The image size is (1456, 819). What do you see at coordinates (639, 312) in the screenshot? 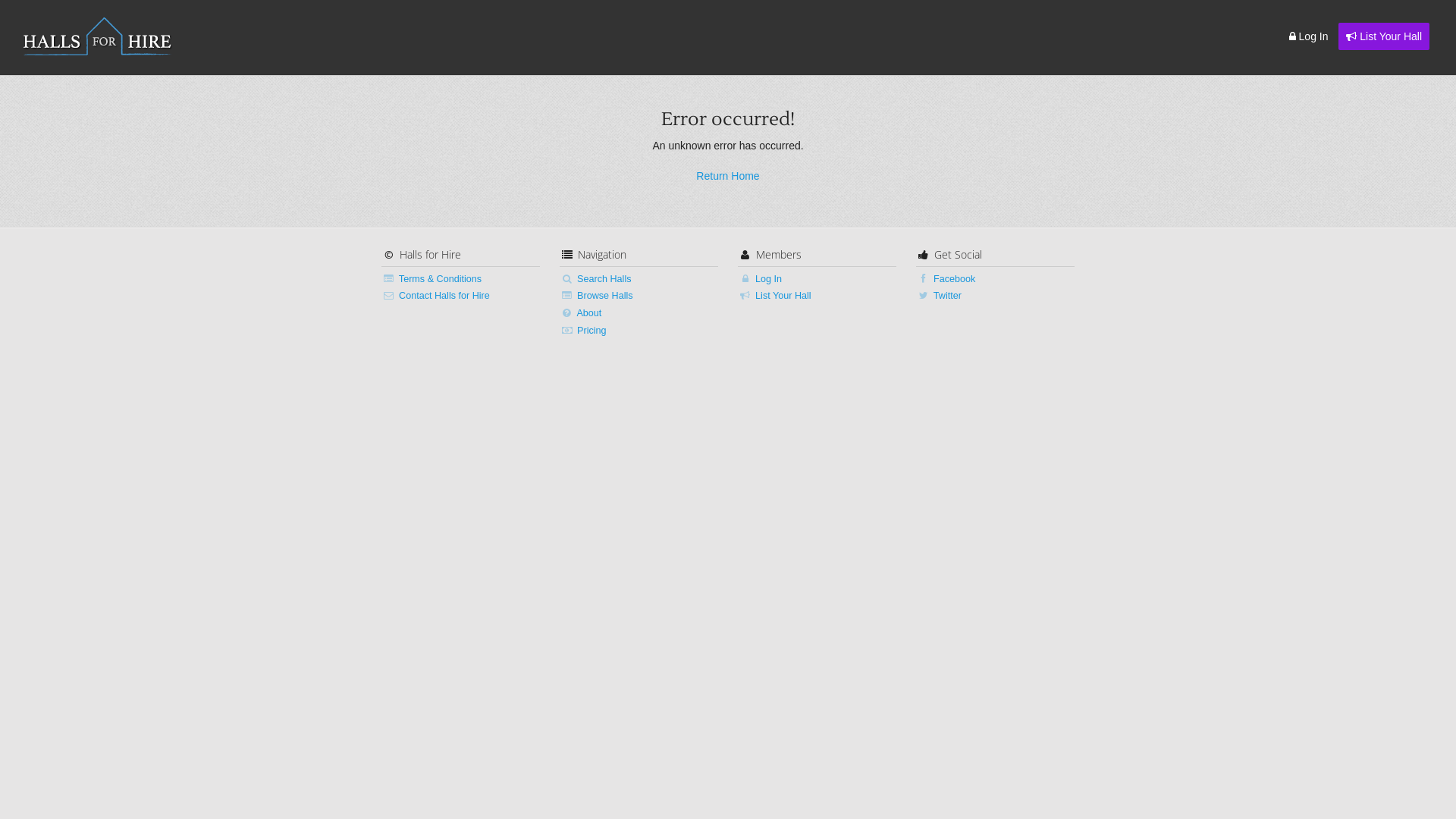
I see `'About'` at bounding box center [639, 312].